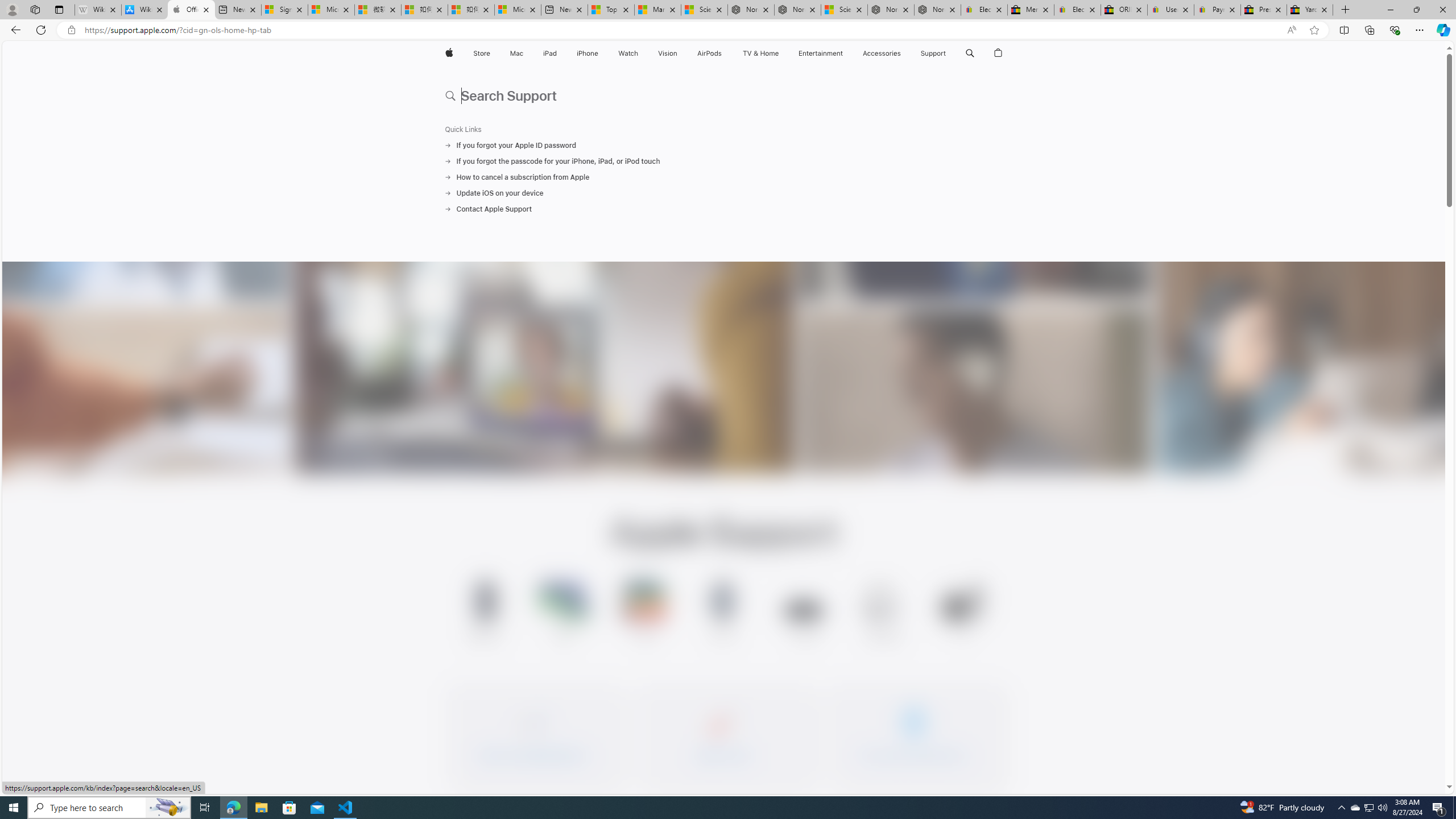  What do you see at coordinates (723, 192) in the screenshot?
I see `'Update iOS on your device'` at bounding box center [723, 192].